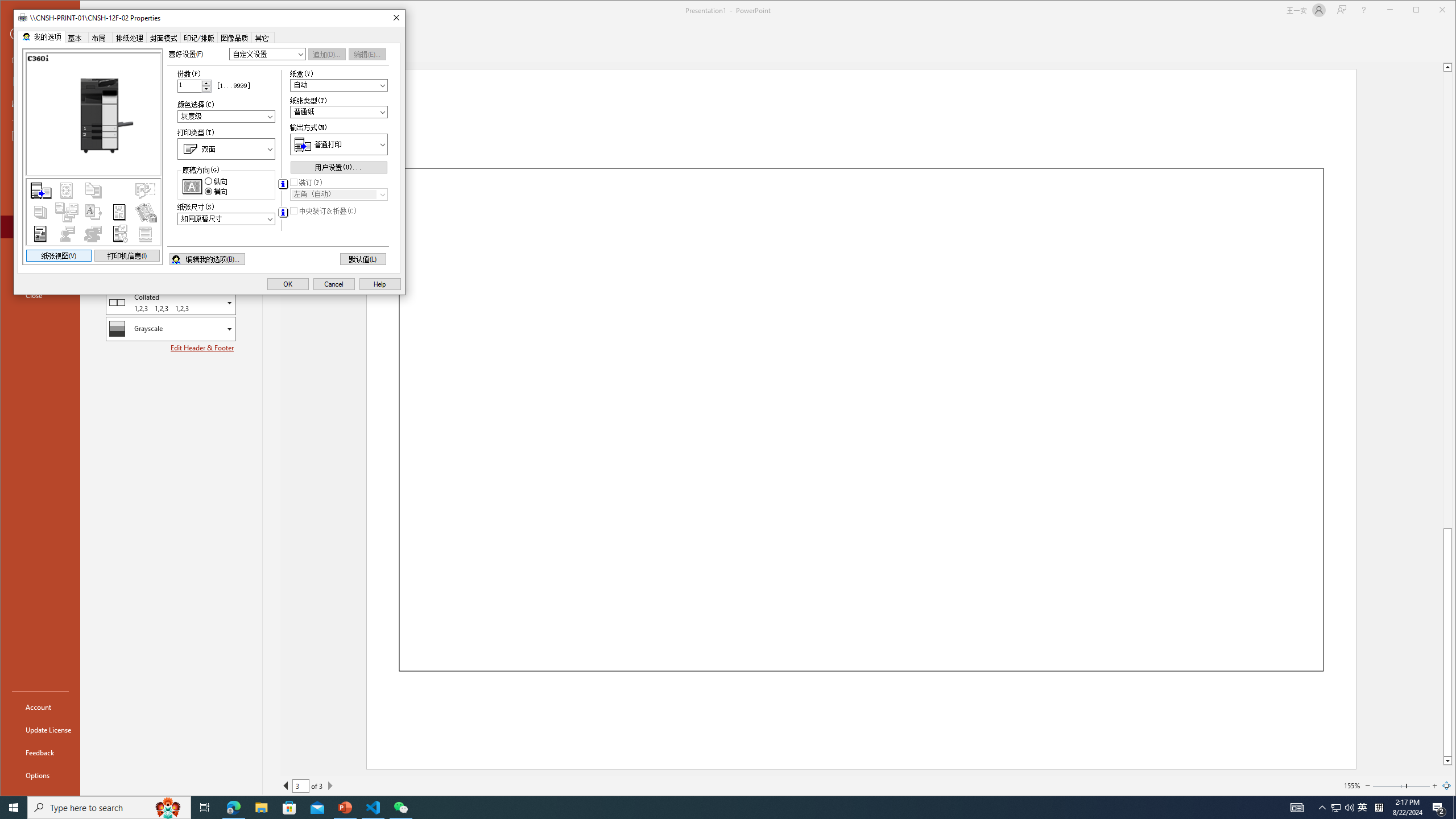 This screenshot has height=819, width=1456. What do you see at coordinates (39, 752) in the screenshot?
I see `'Feedback'` at bounding box center [39, 752].